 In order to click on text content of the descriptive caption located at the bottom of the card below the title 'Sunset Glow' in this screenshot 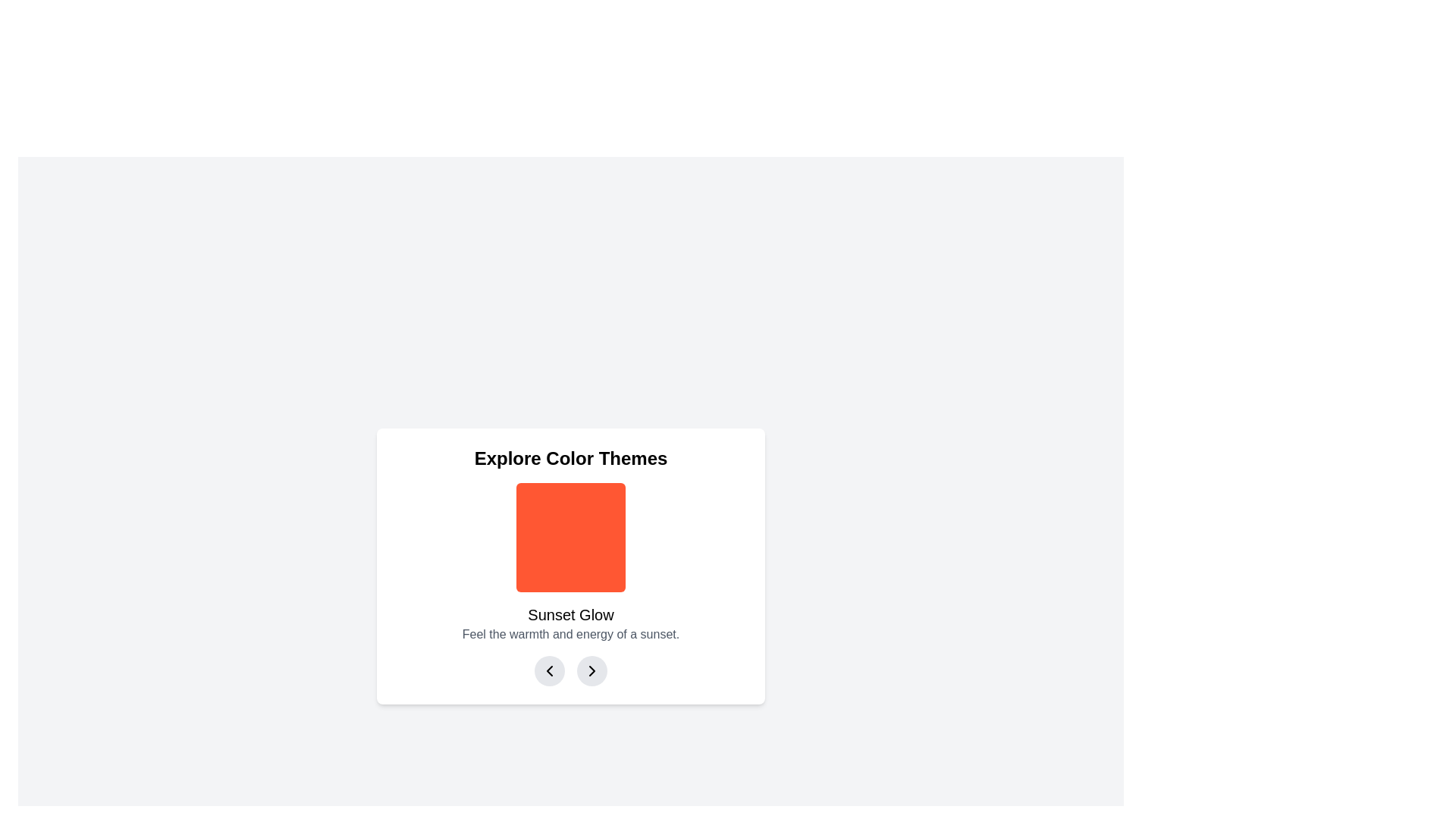, I will do `click(570, 635)`.